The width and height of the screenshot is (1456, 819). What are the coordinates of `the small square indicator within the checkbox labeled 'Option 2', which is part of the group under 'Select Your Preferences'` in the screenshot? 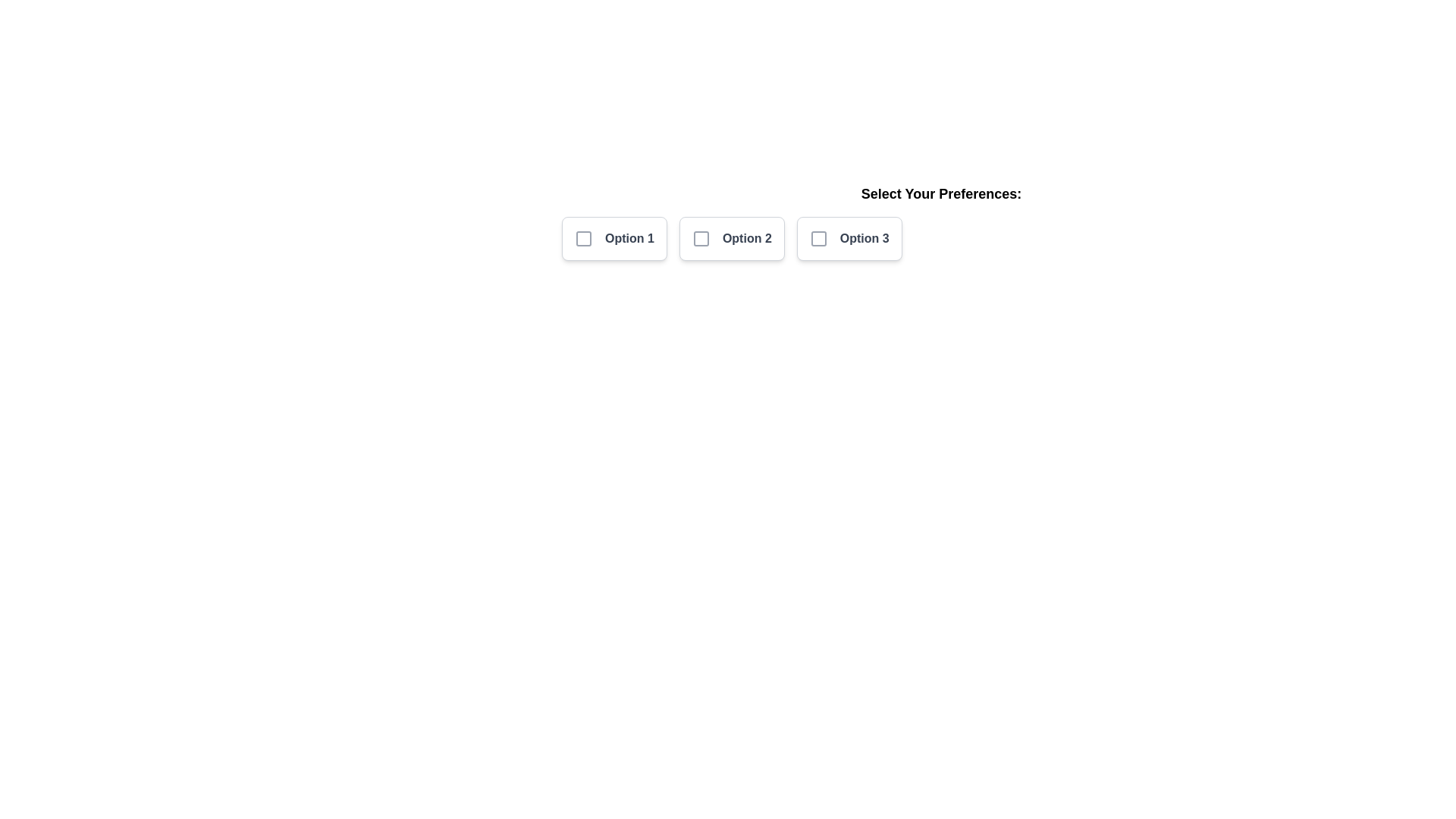 It's located at (700, 239).